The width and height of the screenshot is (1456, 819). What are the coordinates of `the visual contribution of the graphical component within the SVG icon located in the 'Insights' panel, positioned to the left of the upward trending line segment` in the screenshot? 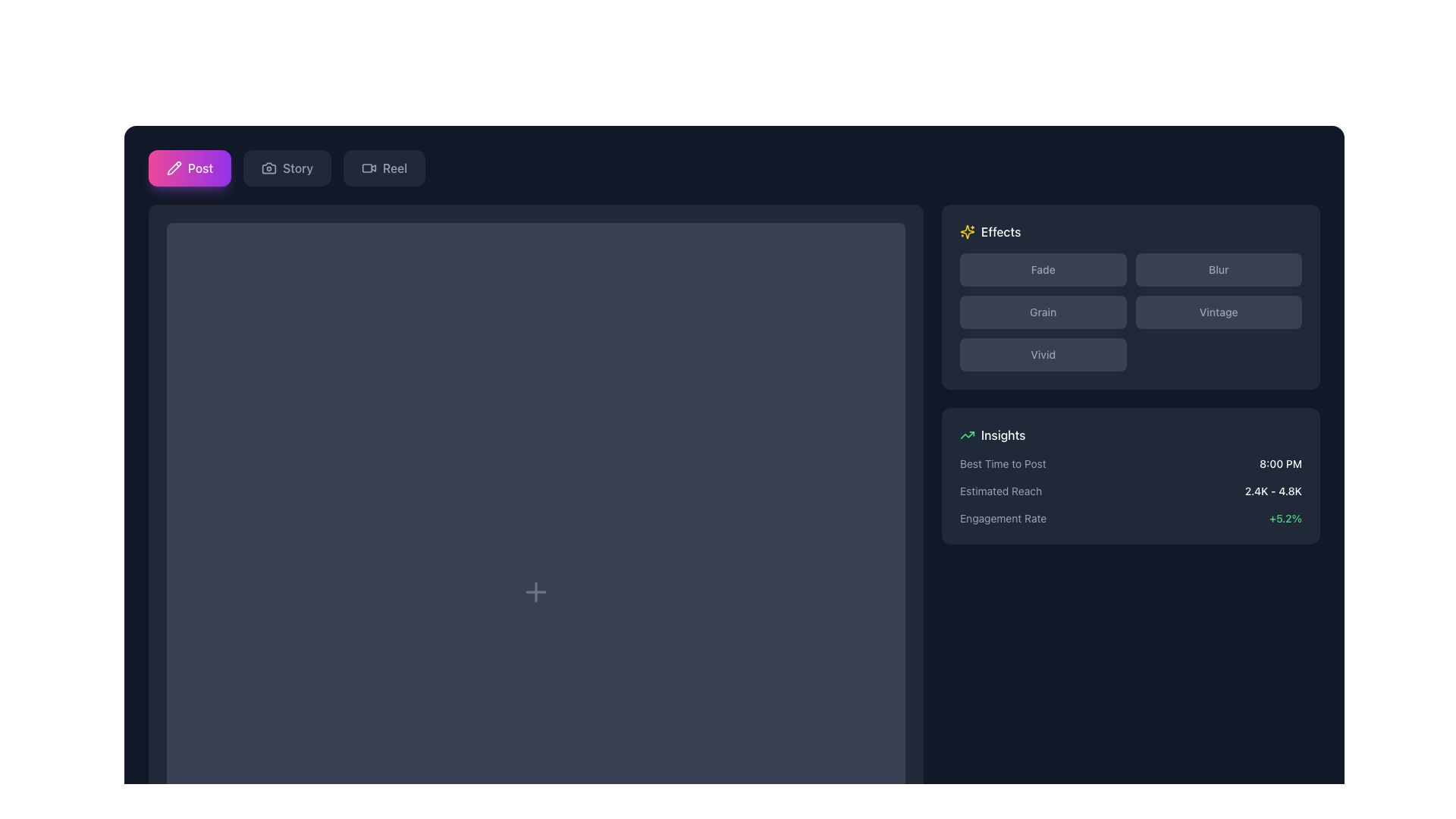 It's located at (967, 435).